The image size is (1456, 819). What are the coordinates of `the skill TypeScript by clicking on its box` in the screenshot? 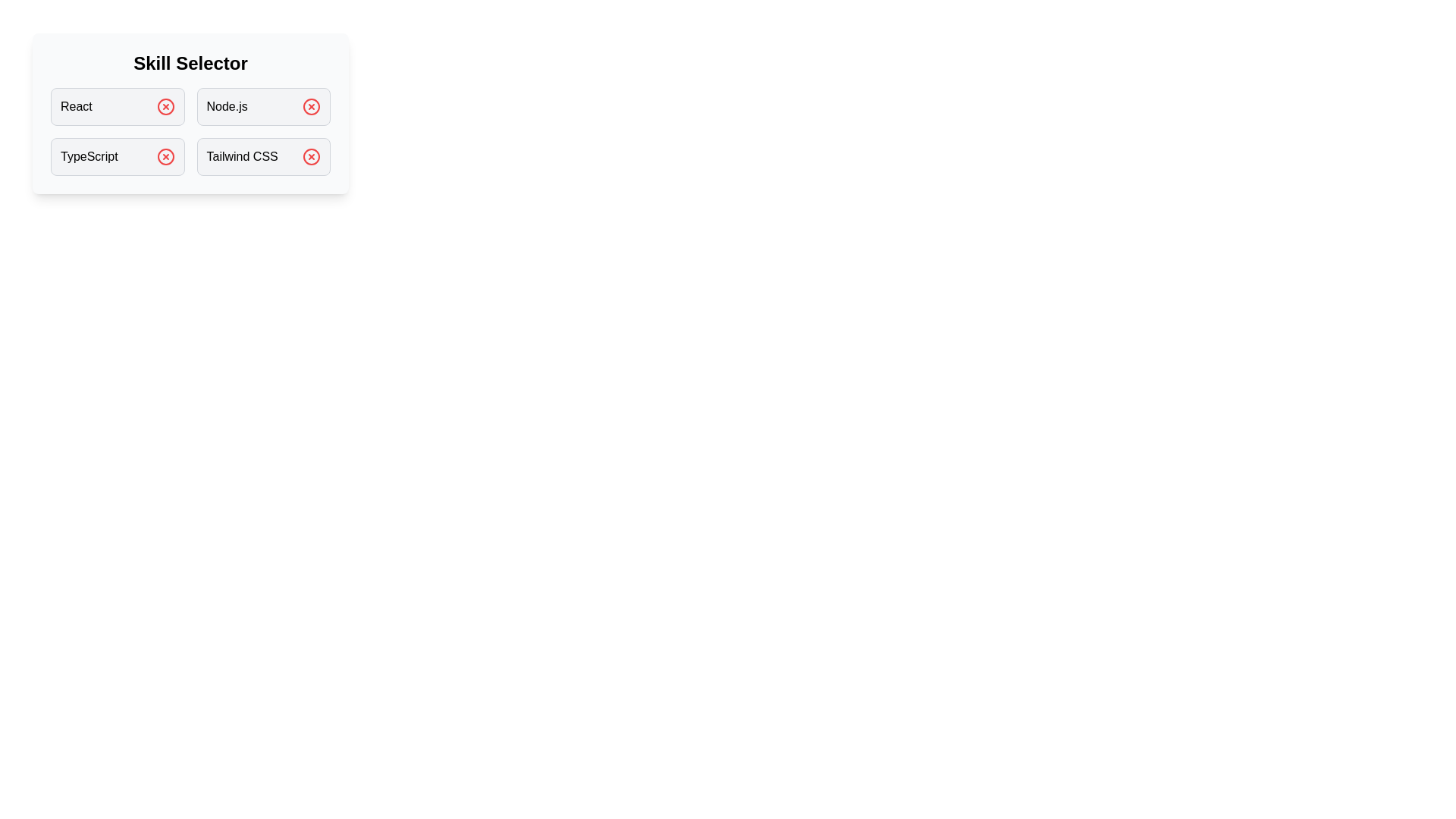 It's located at (117, 157).